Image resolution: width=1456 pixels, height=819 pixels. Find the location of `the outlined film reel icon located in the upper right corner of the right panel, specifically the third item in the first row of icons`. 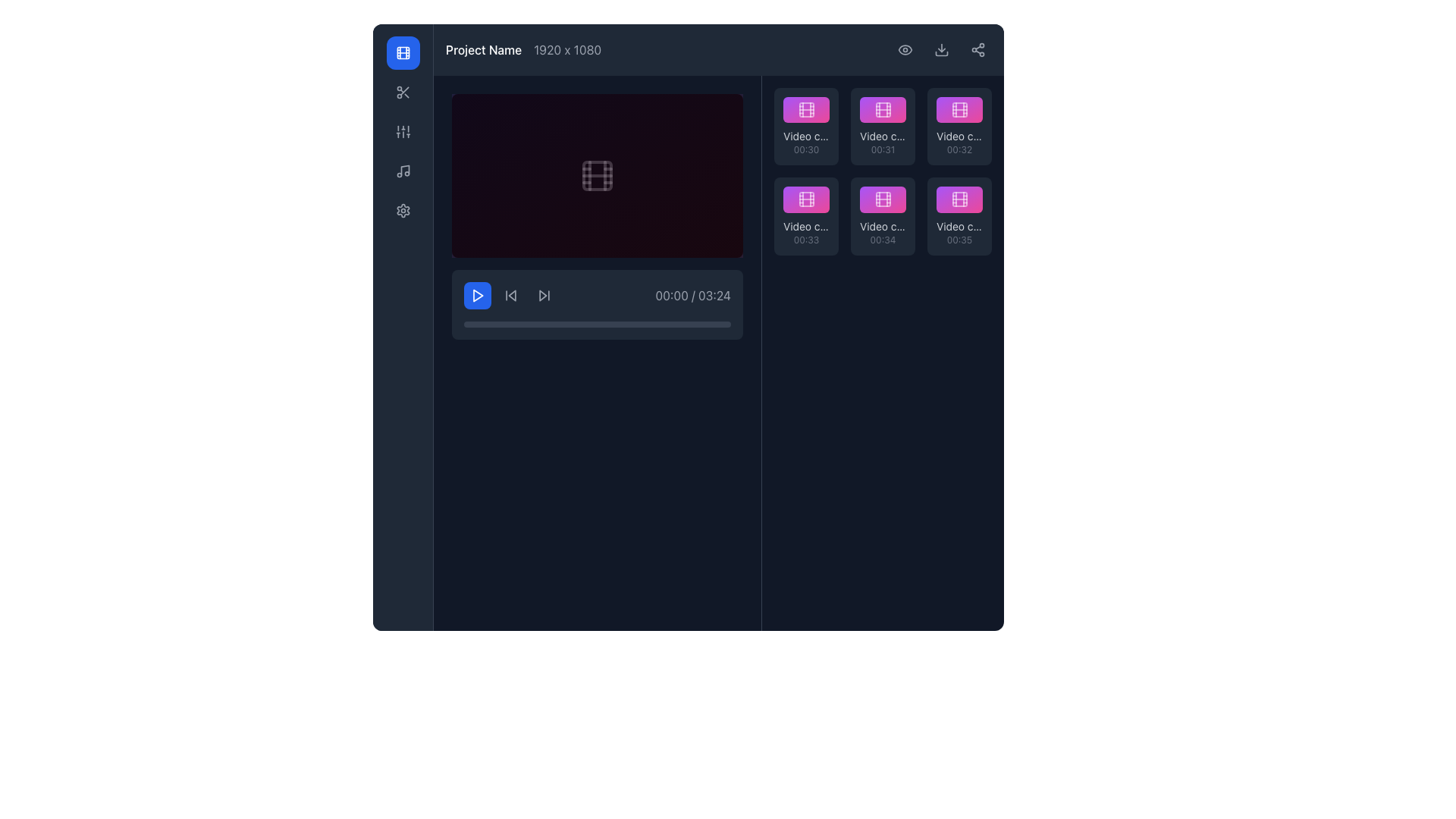

the outlined film reel icon located in the upper right corner of the right panel, specifically the third item in the first row of icons is located at coordinates (959, 109).